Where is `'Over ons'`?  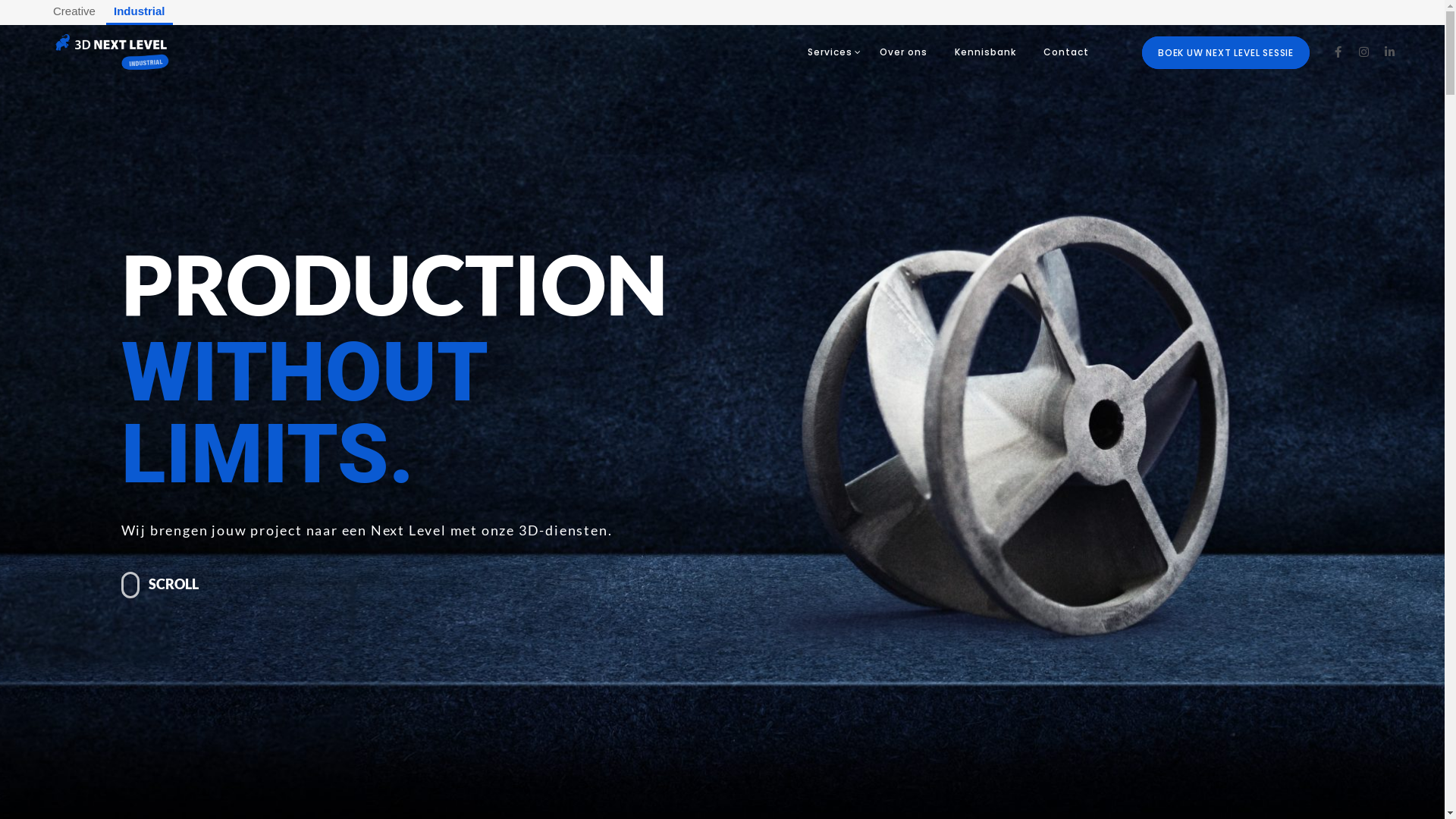 'Over ons' is located at coordinates (903, 51).